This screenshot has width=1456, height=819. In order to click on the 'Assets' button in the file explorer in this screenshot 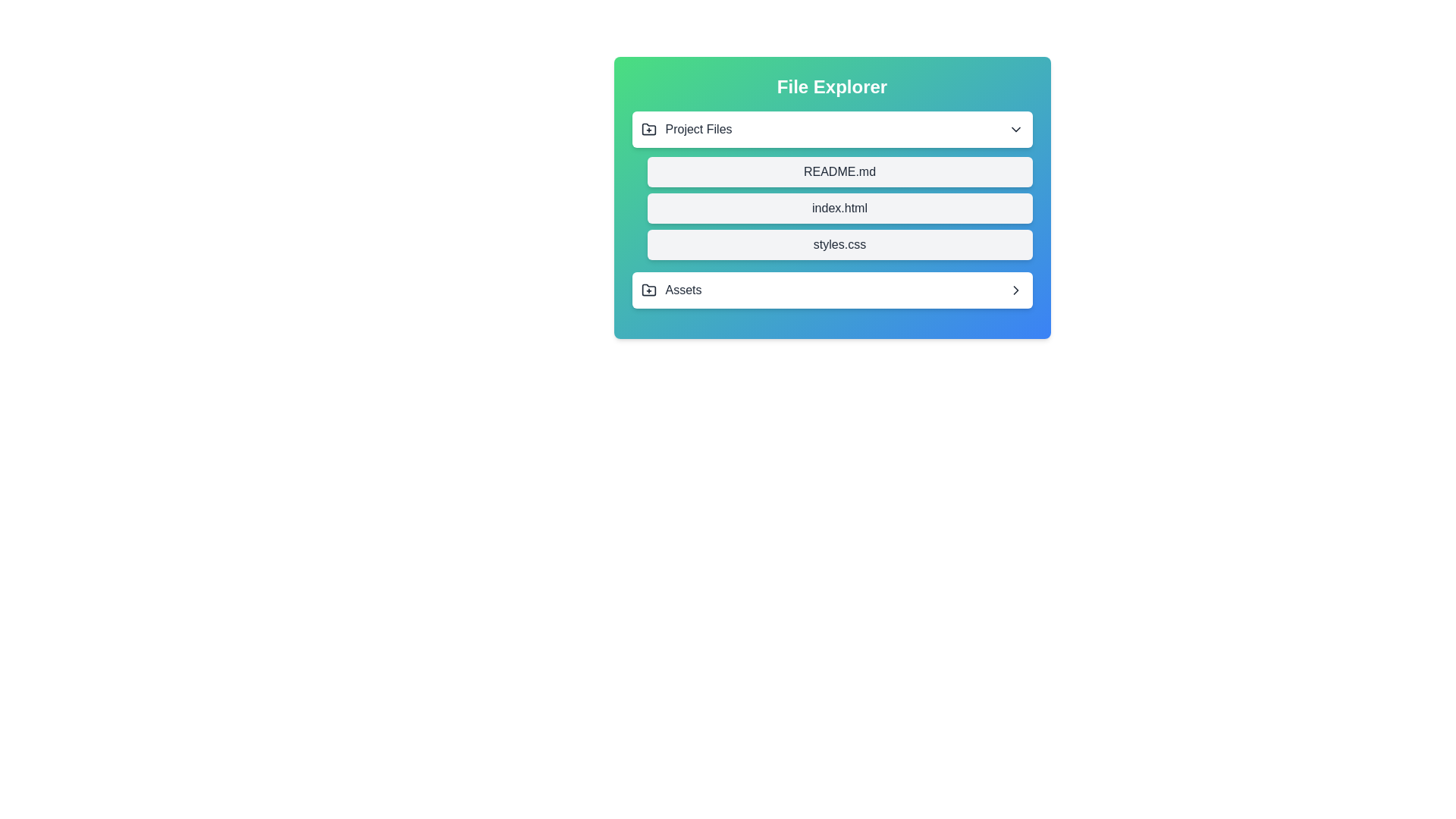, I will do `click(831, 290)`.